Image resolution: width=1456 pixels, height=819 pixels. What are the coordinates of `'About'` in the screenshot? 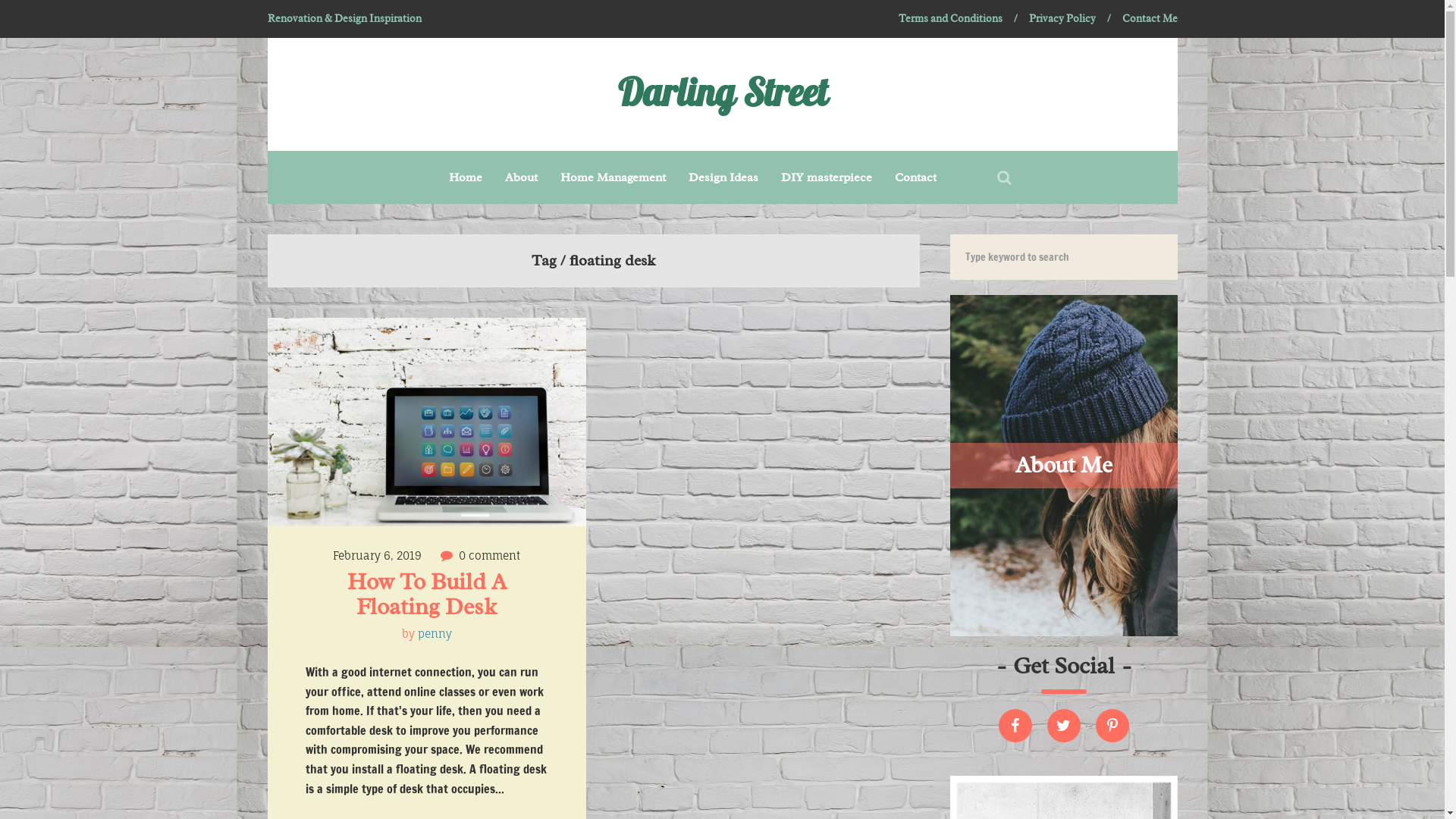 It's located at (521, 177).